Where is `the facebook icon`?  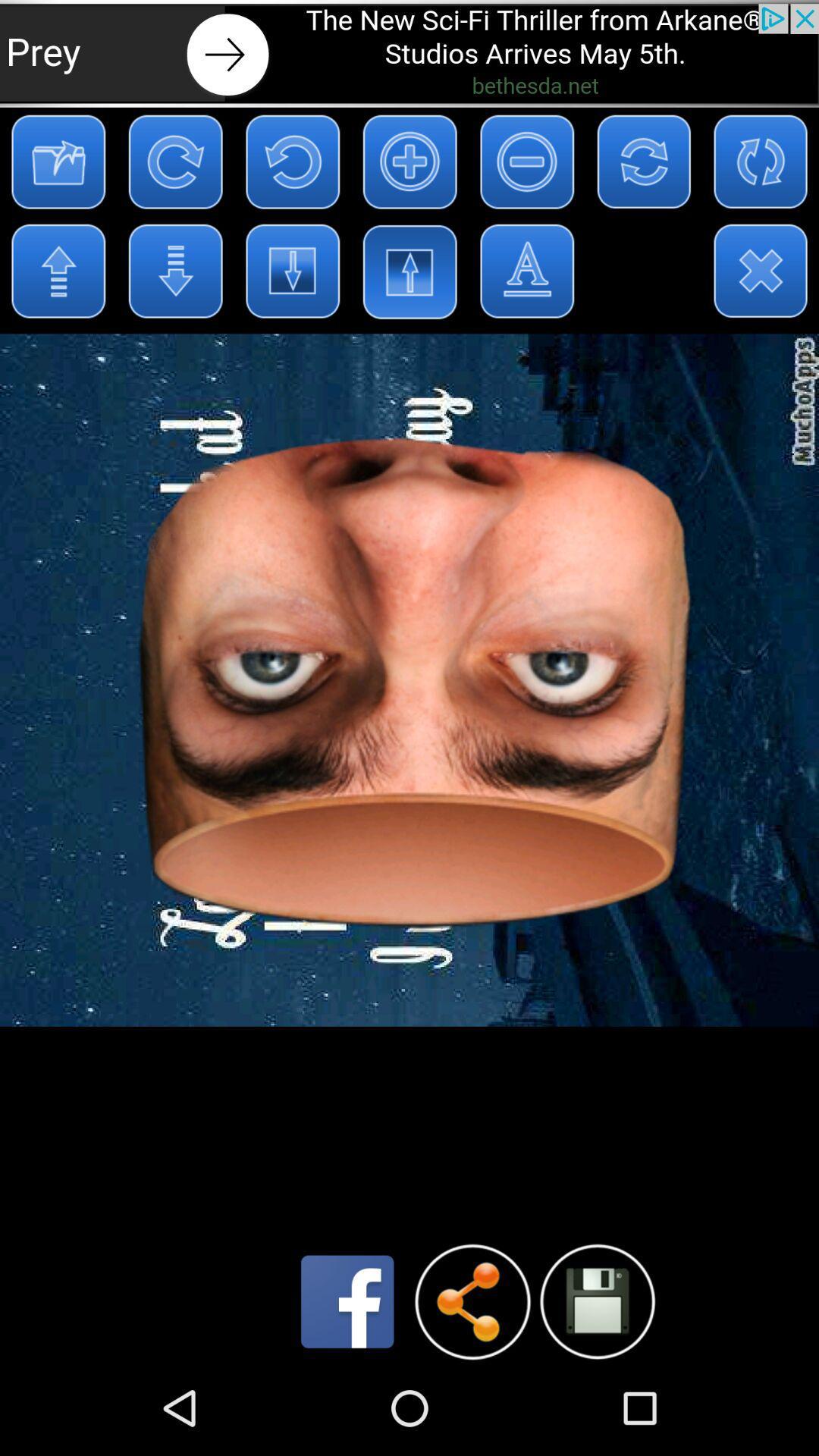
the facebook icon is located at coordinates (347, 1393).